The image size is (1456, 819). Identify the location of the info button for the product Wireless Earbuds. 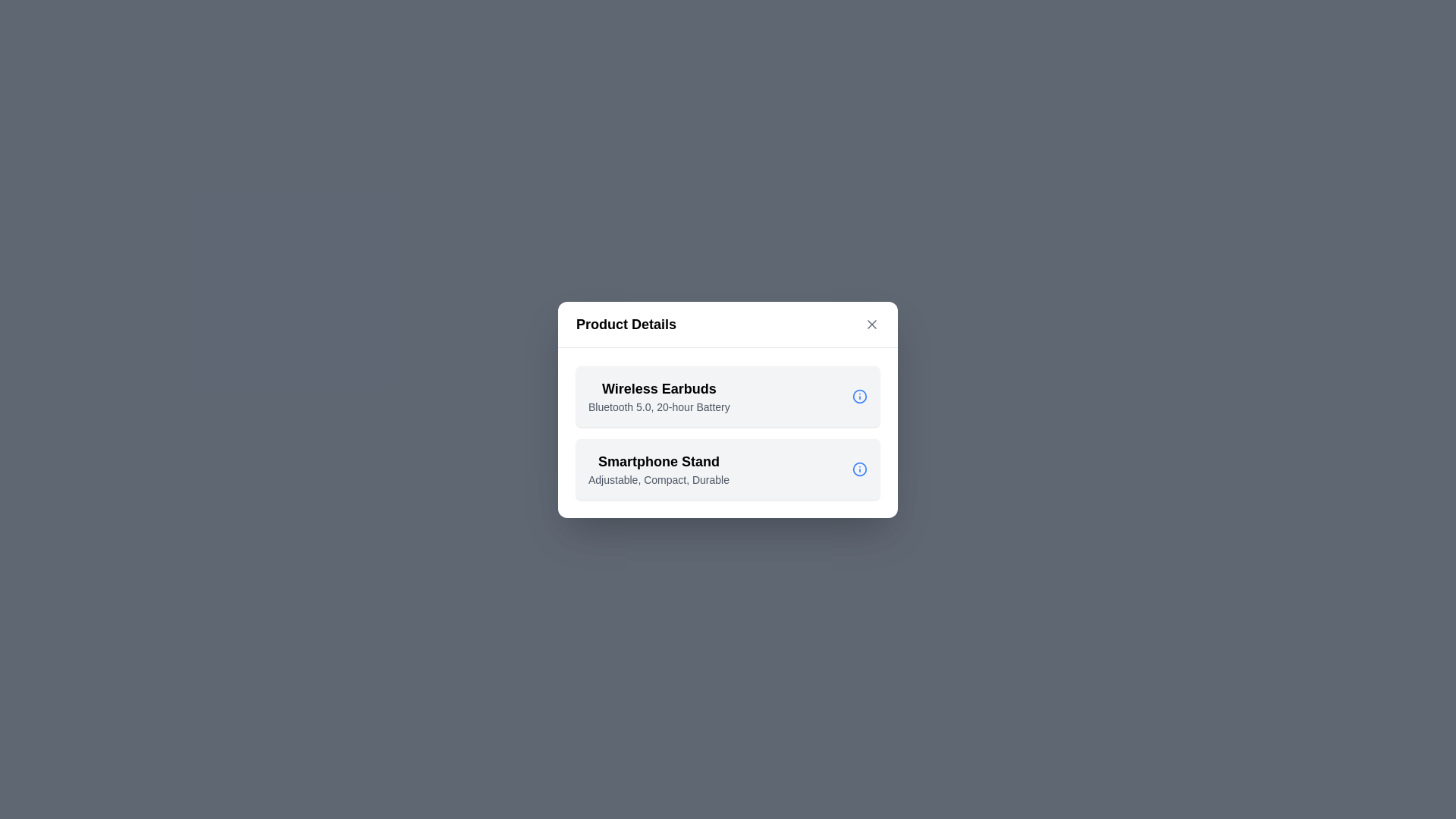
(859, 395).